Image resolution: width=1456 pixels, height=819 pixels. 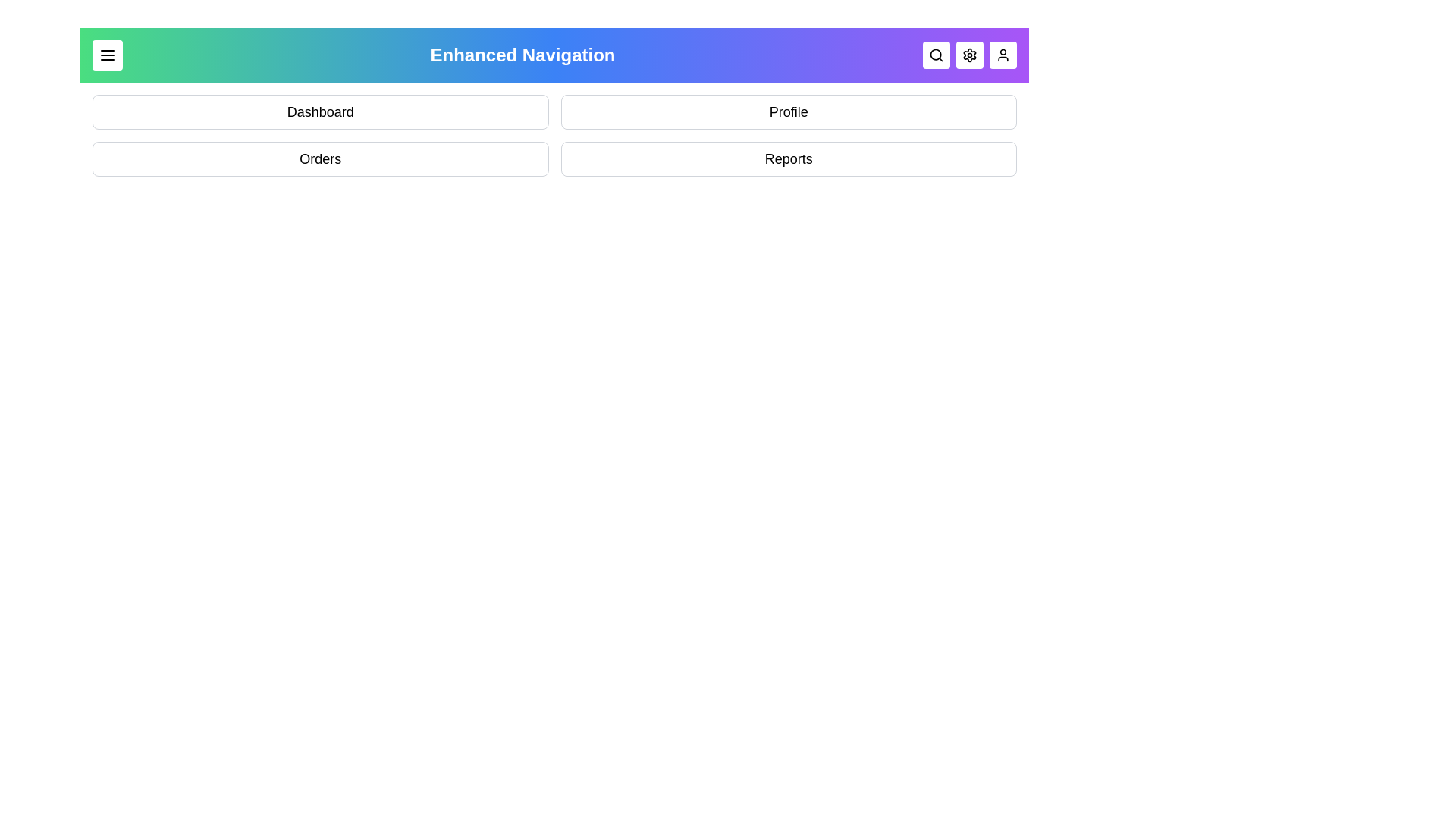 I want to click on the search button located in the top right corner of the app bar, so click(x=935, y=55).